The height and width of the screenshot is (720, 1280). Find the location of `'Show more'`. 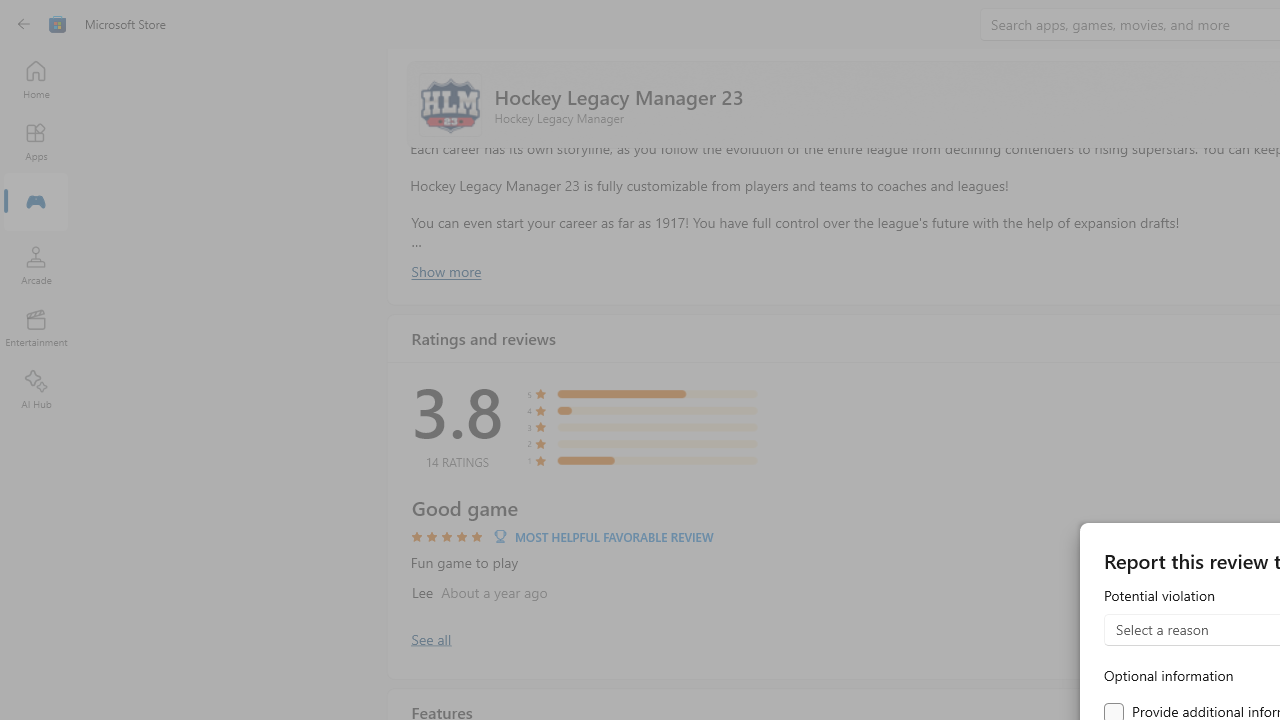

'Show more' is located at coordinates (444, 271).